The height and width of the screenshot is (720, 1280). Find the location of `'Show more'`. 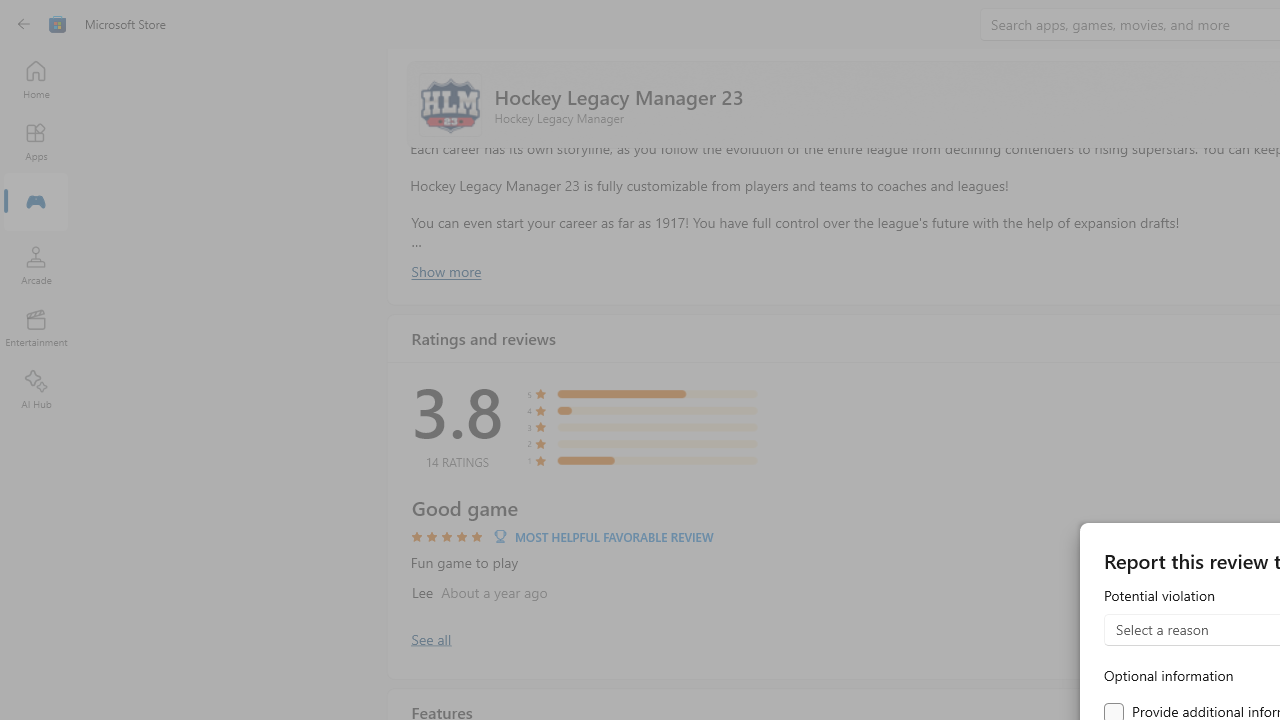

'Show more' is located at coordinates (444, 271).